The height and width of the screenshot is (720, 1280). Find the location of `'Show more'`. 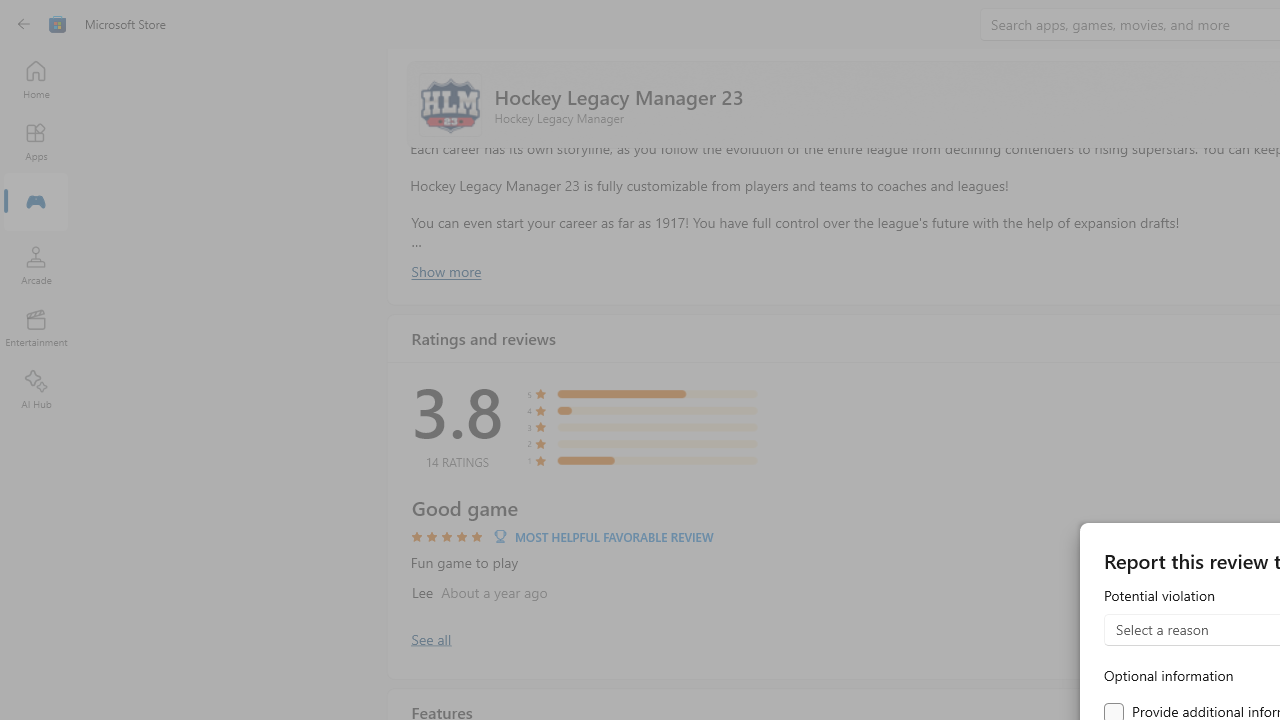

'Show more' is located at coordinates (444, 271).